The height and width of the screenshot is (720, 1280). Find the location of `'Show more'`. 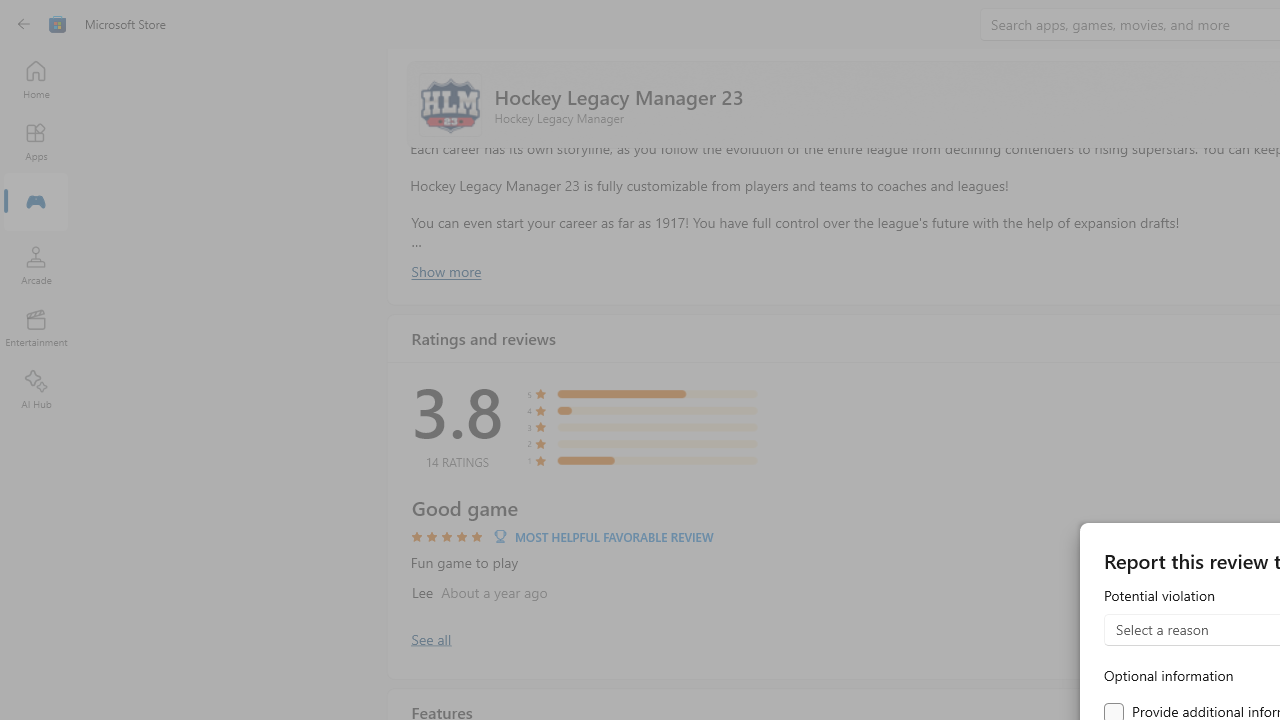

'Show more' is located at coordinates (444, 271).